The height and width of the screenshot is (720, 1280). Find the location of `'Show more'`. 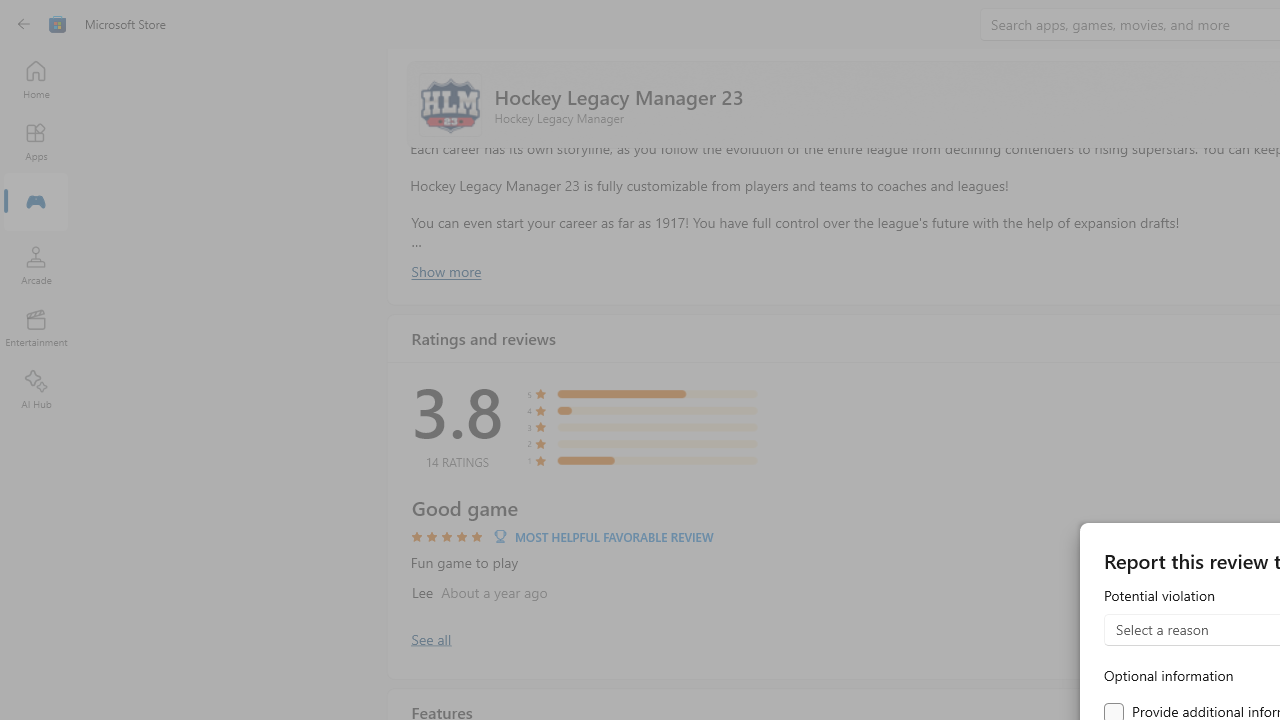

'Show more' is located at coordinates (444, 271).